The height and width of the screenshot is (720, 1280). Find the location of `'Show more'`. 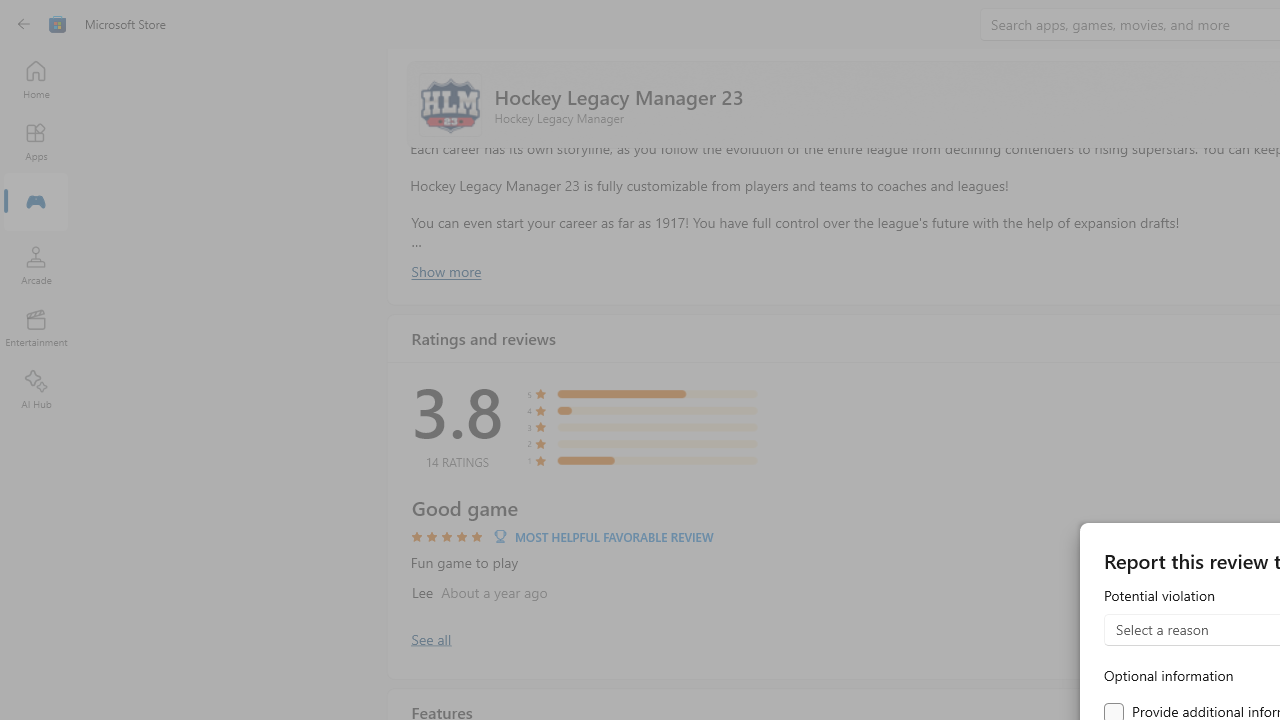

'Show more' is located at coordinates (444, 271).